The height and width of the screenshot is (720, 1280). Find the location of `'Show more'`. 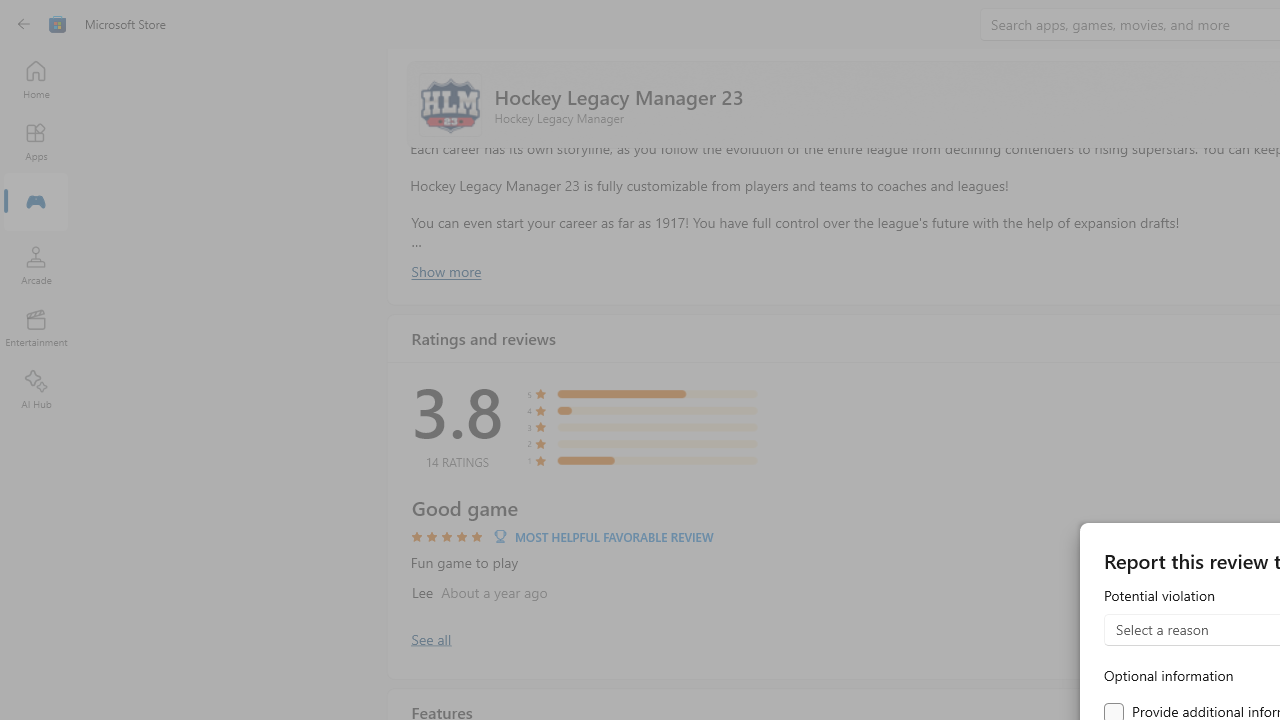

'Show more' is located at coordinates (444, 271).